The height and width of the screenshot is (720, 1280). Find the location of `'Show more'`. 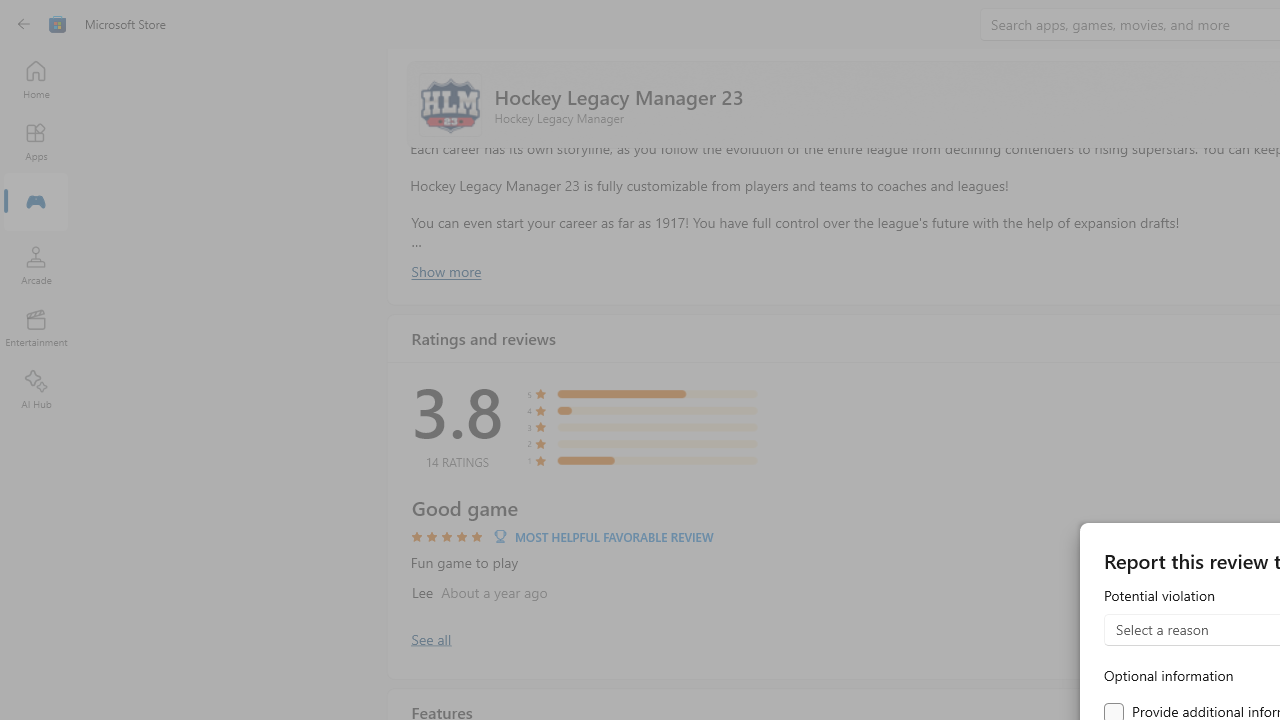

'Show more' is located at coordinates (444, 271).